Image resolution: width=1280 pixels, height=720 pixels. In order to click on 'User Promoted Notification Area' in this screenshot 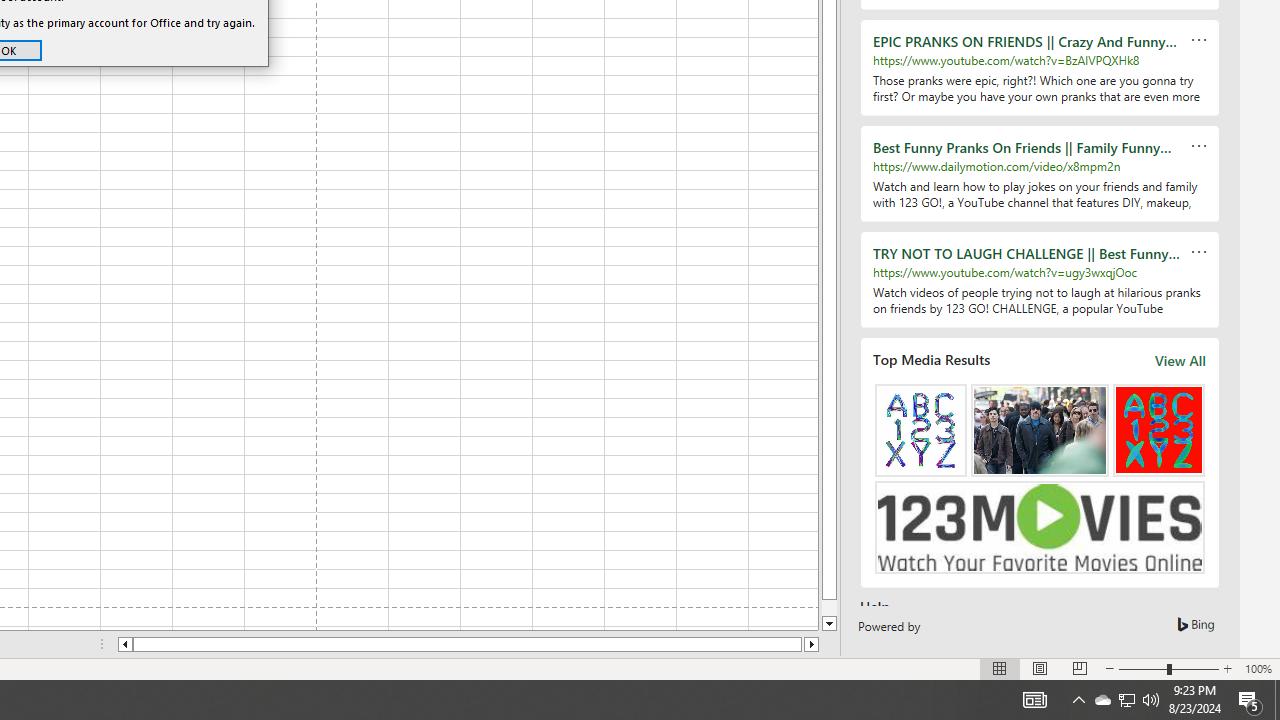, I will do `click(1101, 698)`.